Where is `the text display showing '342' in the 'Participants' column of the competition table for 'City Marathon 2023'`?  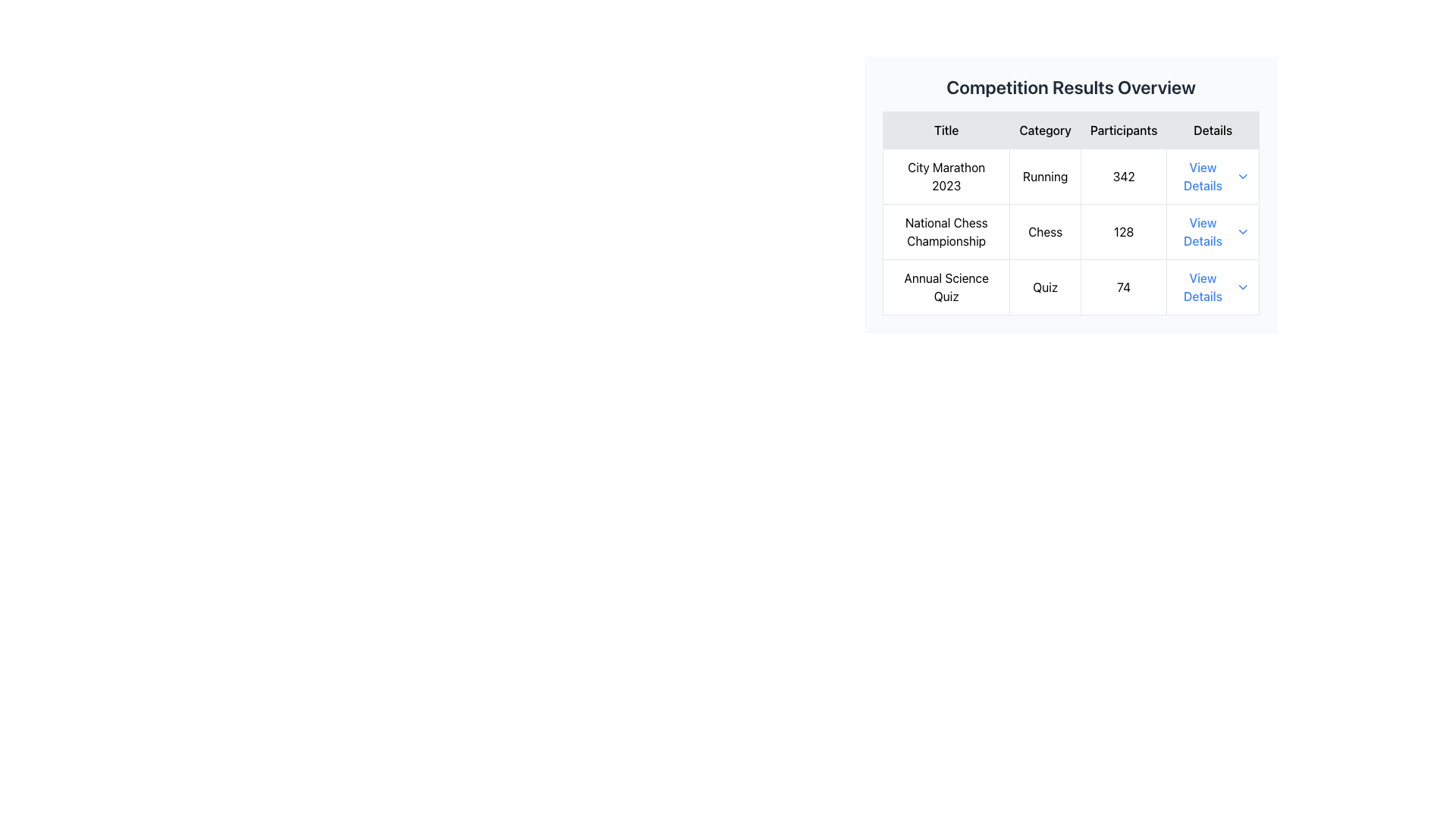
the text display showing '342' in the 'Participants' column of the competition table for 'City Marathon 2023' is located at coordinates (1124, 175).